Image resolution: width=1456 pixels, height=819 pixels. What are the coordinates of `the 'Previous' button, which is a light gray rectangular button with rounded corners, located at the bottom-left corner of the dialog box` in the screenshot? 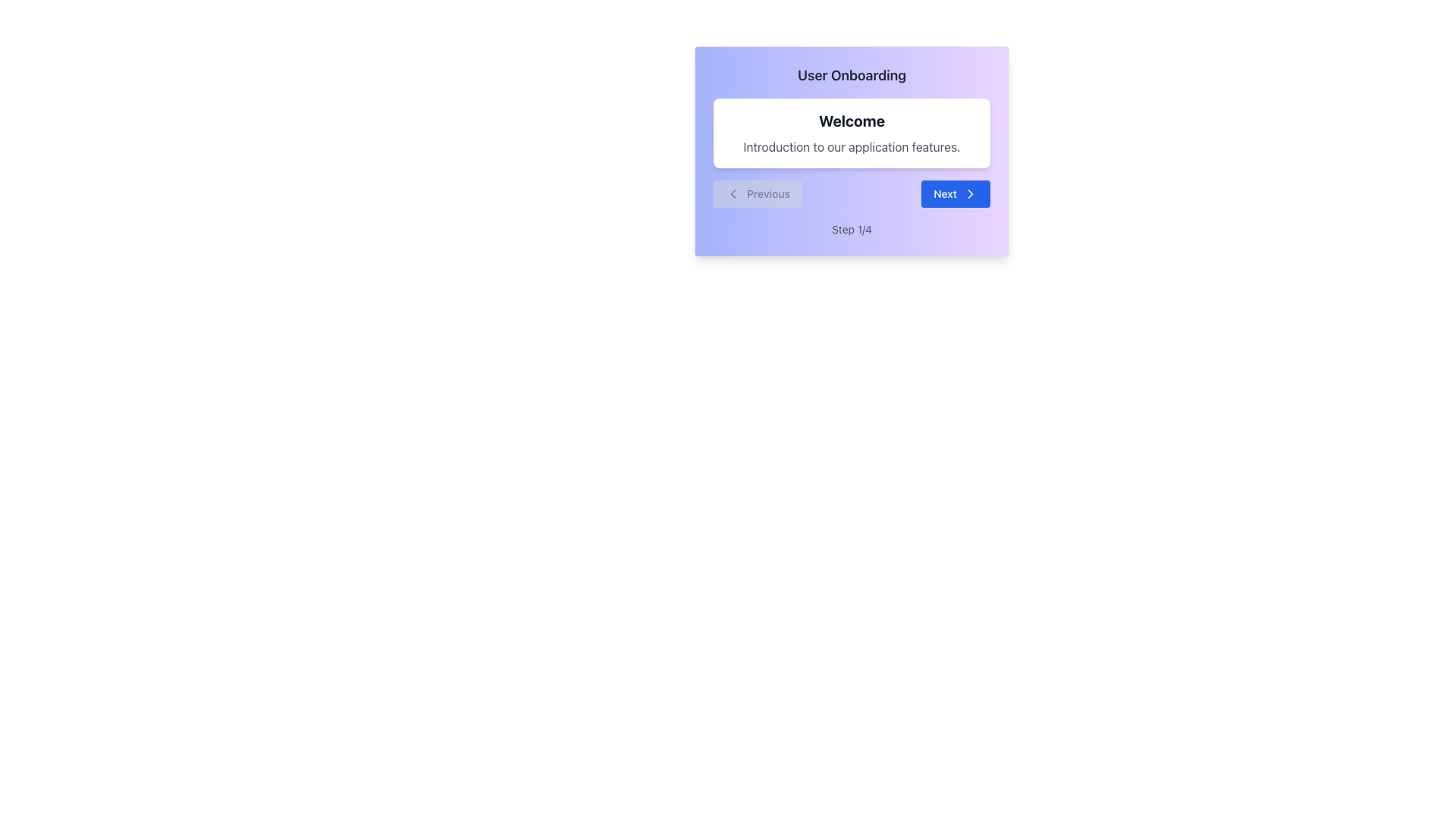 It's located at (758, 193).